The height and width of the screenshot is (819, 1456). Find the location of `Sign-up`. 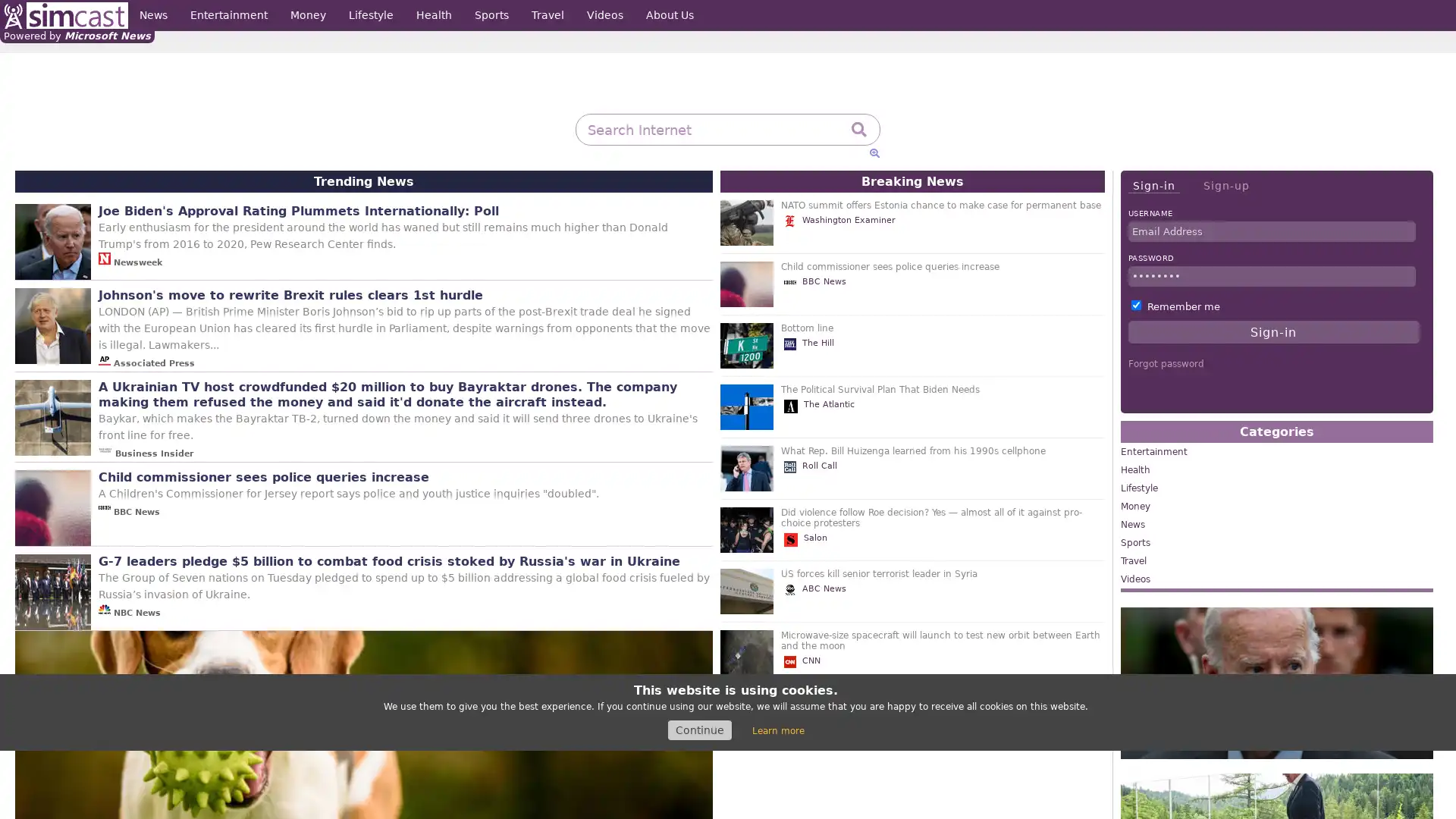

Sign-up is located at coordinates (1225, 185).